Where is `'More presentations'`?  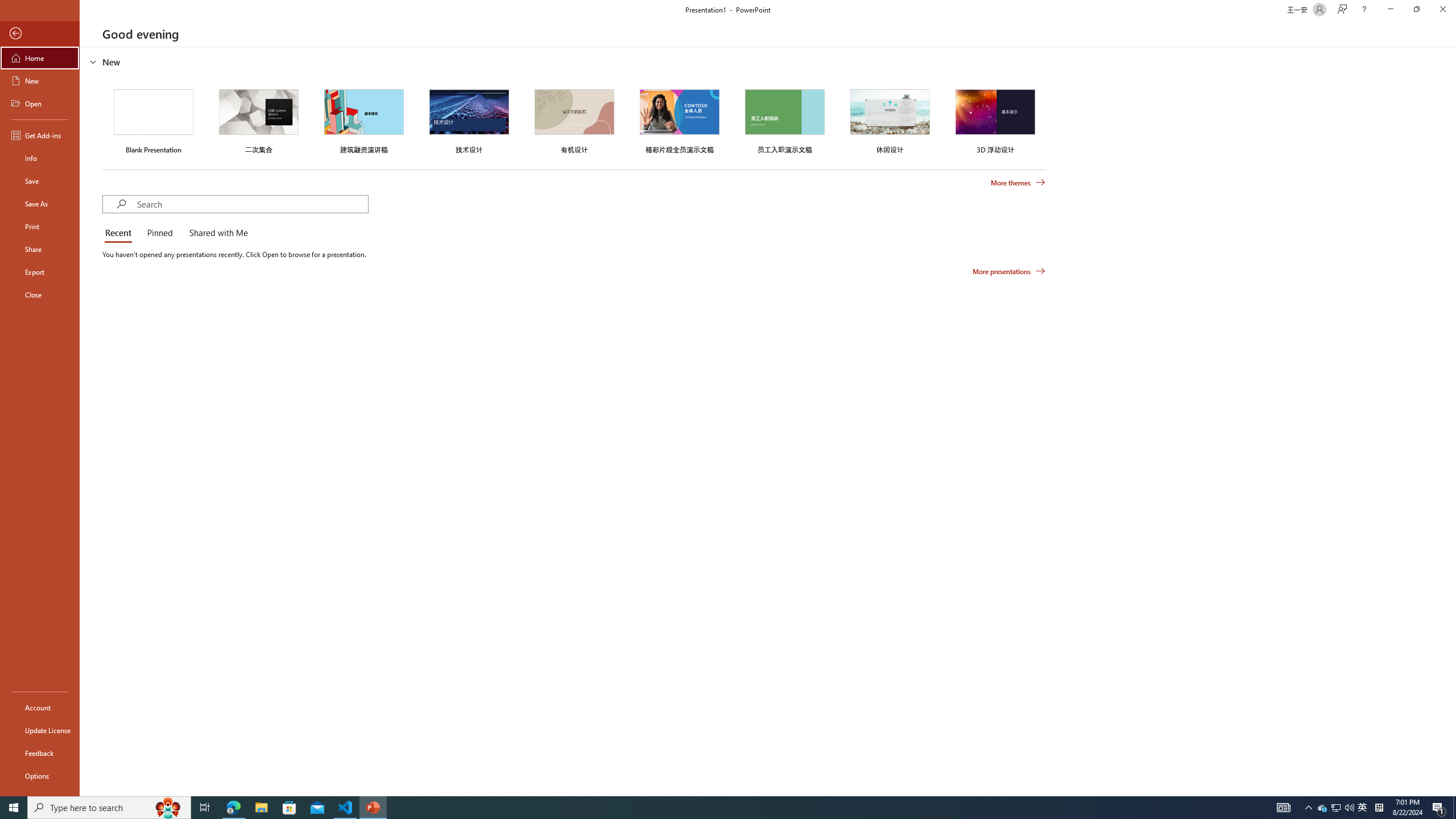
'More presentations' is located at coordinates (1008, 270).